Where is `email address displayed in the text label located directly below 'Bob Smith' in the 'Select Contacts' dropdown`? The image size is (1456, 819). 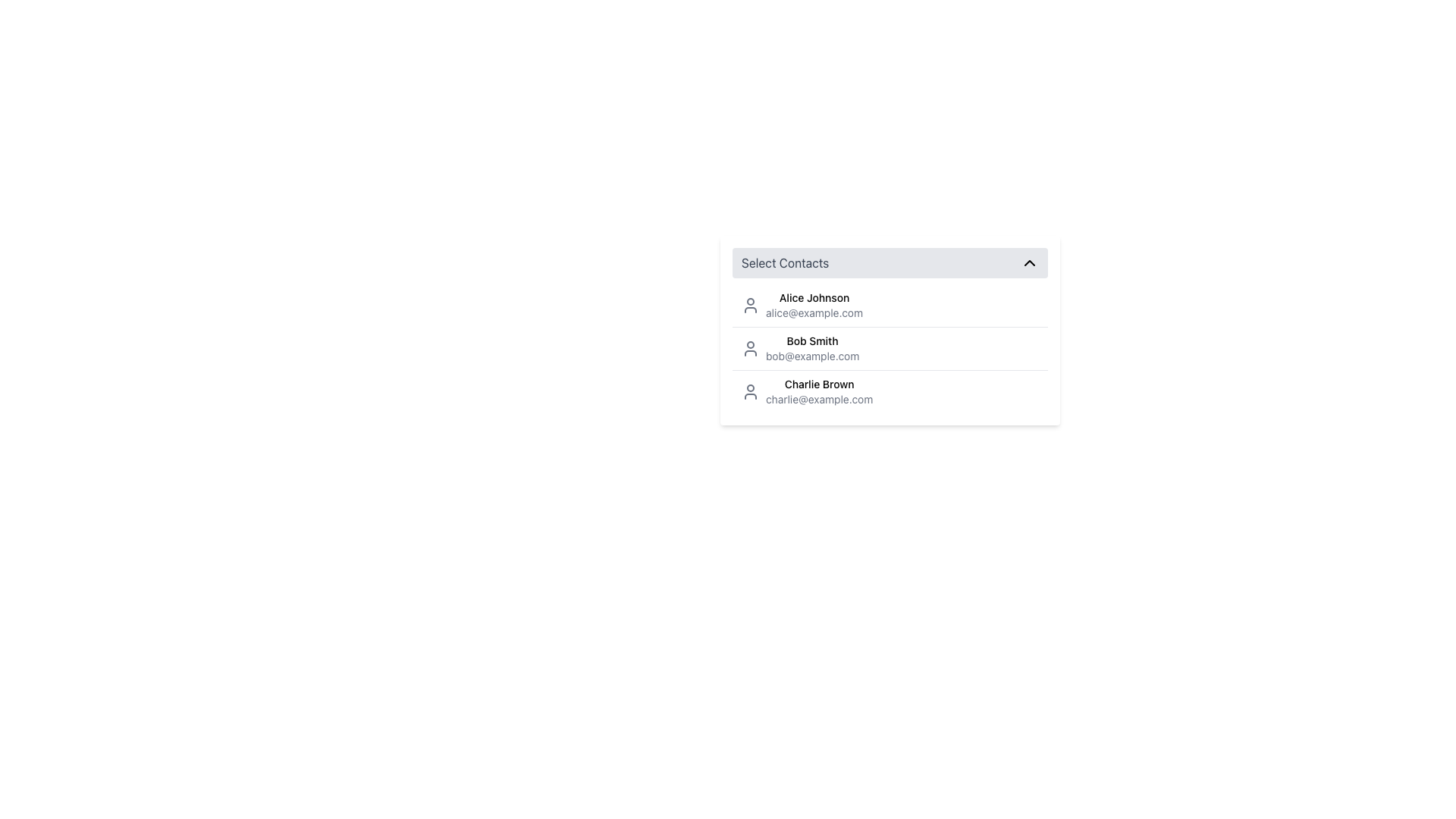
email address displayed in the text label located directly below 'Bob Smith' in the 'Select Contacts' dropdown is located at coordinates (811, 356).